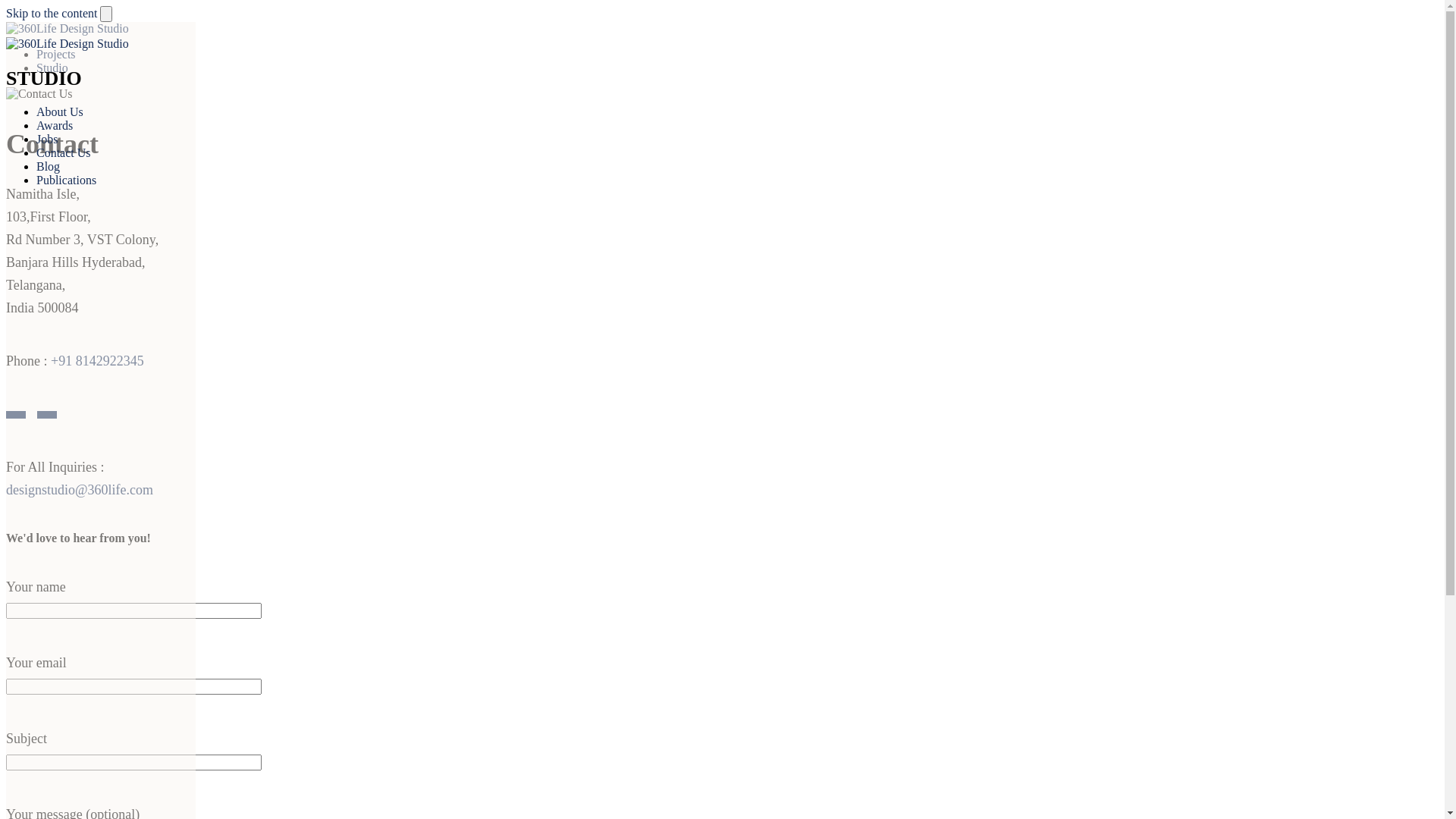 The height and width of the screenshot is (819, 1456). What do you see at coordinates (55, 124) in the screenshot?
I see `'Awards'` at bounding box center [55, 124].